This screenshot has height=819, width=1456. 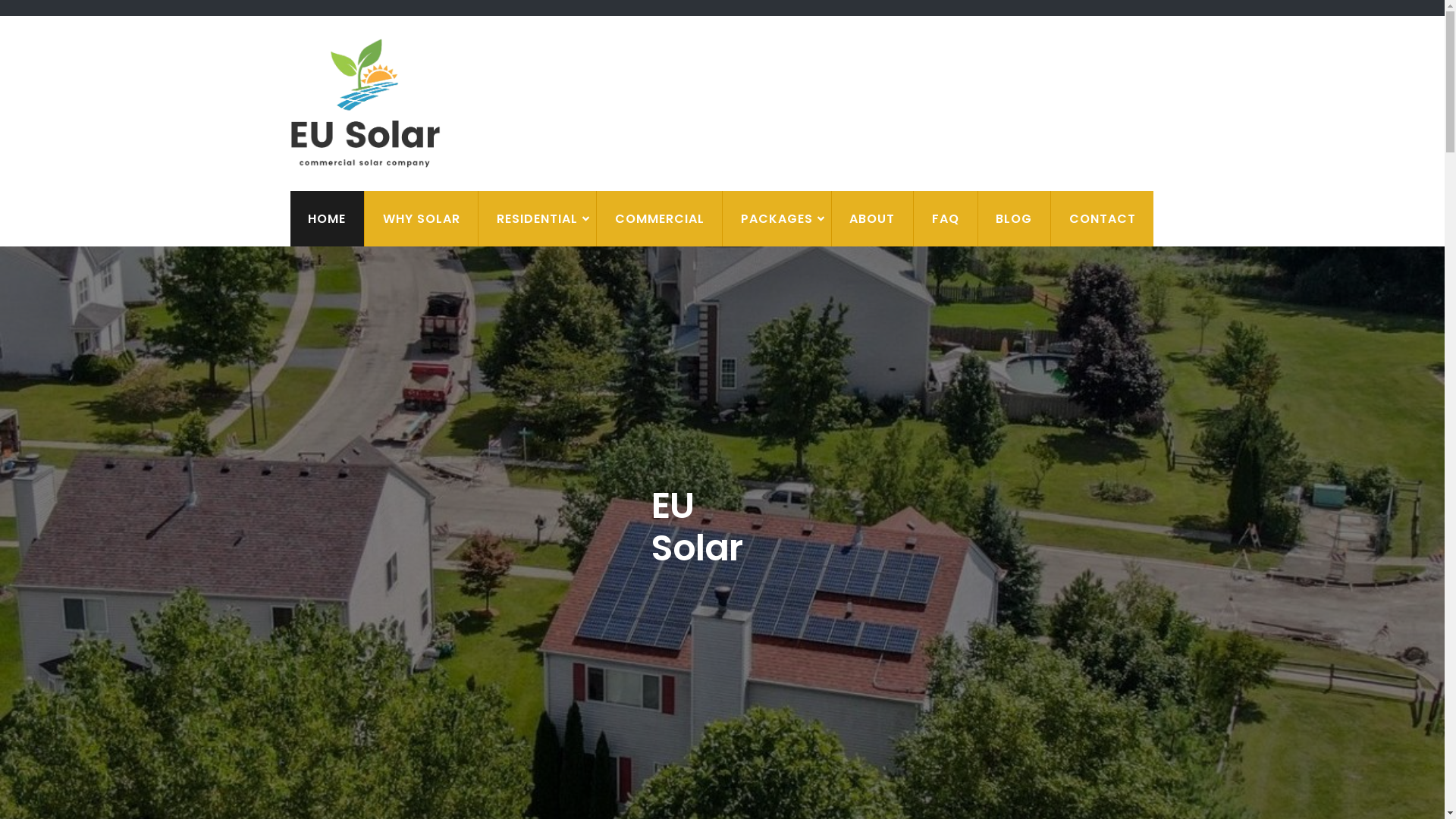 I want to click on 'CONTACT', so click(x=1102, y=218).